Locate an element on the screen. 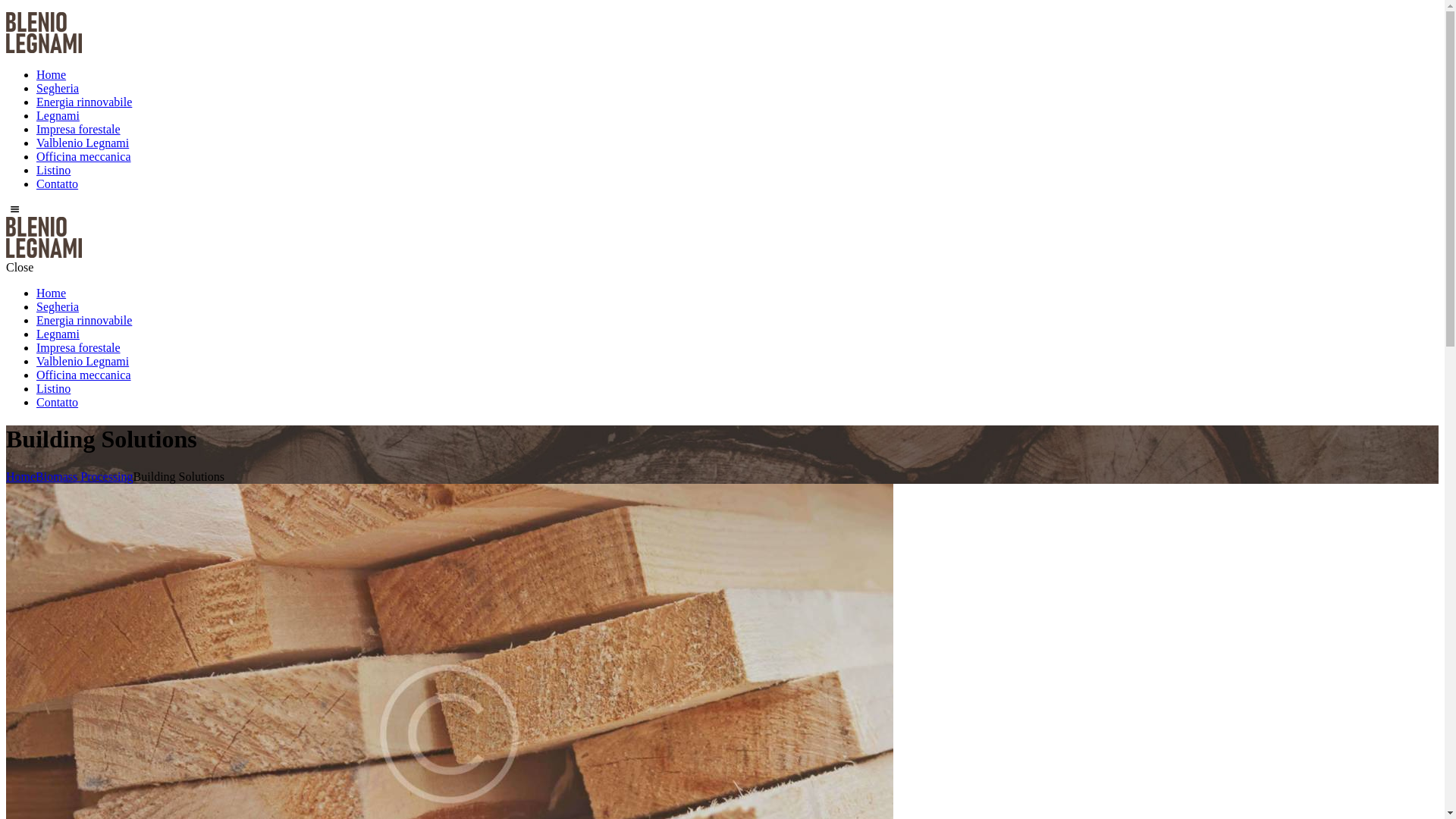  'Biomass Processing' is located at coordinates (36, 475).